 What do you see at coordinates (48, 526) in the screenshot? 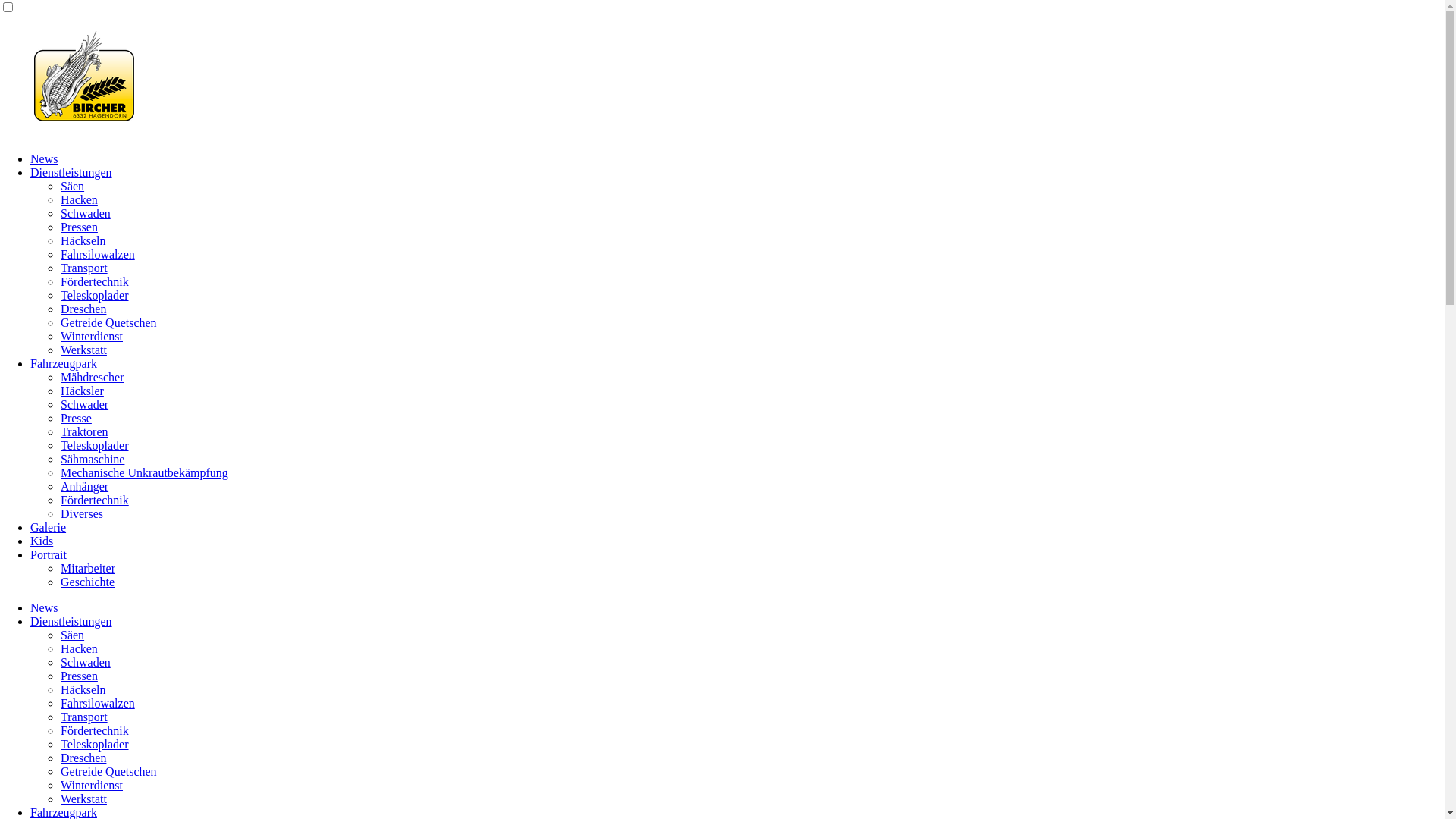
I see `'Galerie'` at bounding box center [48, 526].